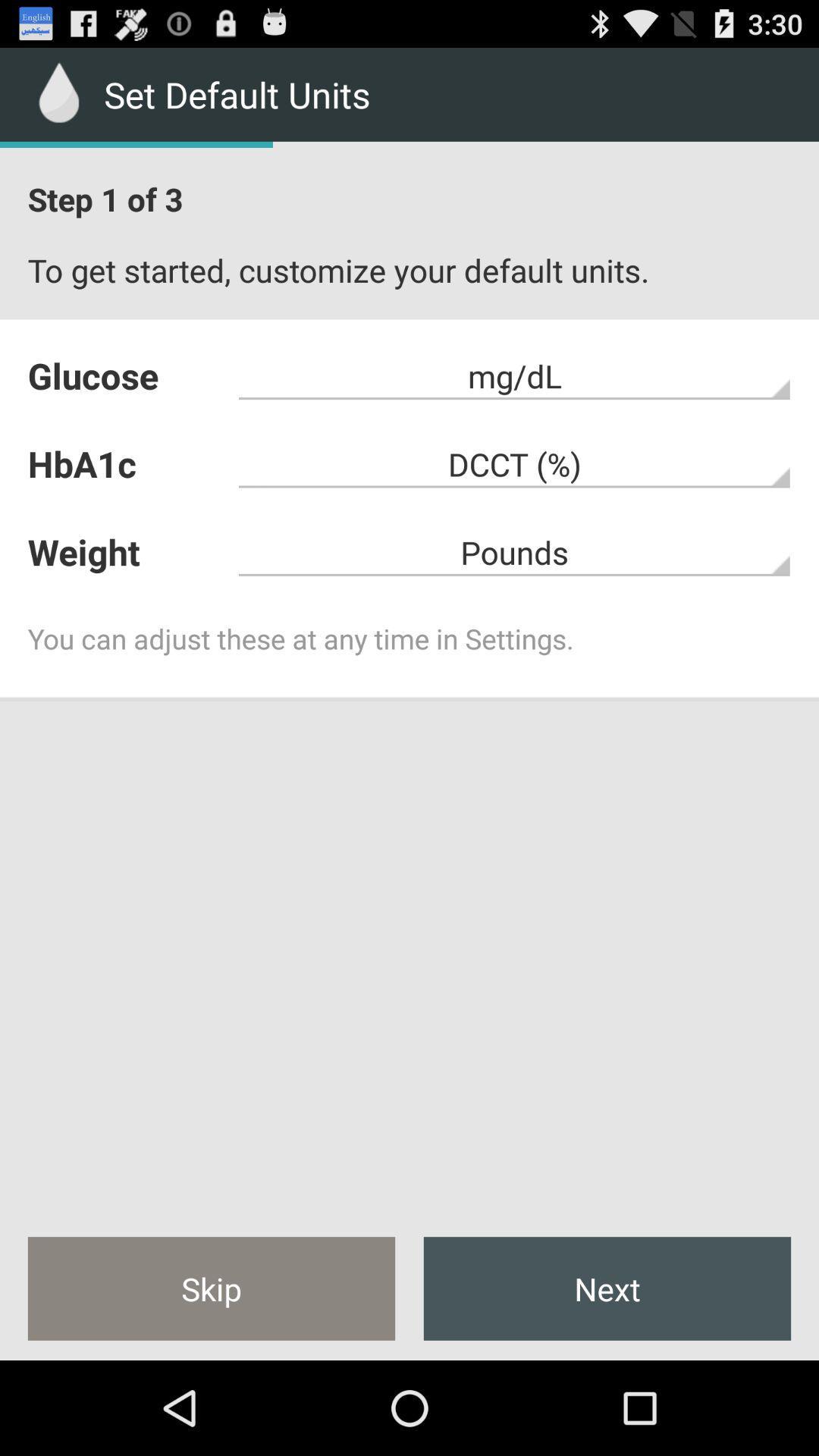  I want to click on the mg/dl item, so click(514, 375).